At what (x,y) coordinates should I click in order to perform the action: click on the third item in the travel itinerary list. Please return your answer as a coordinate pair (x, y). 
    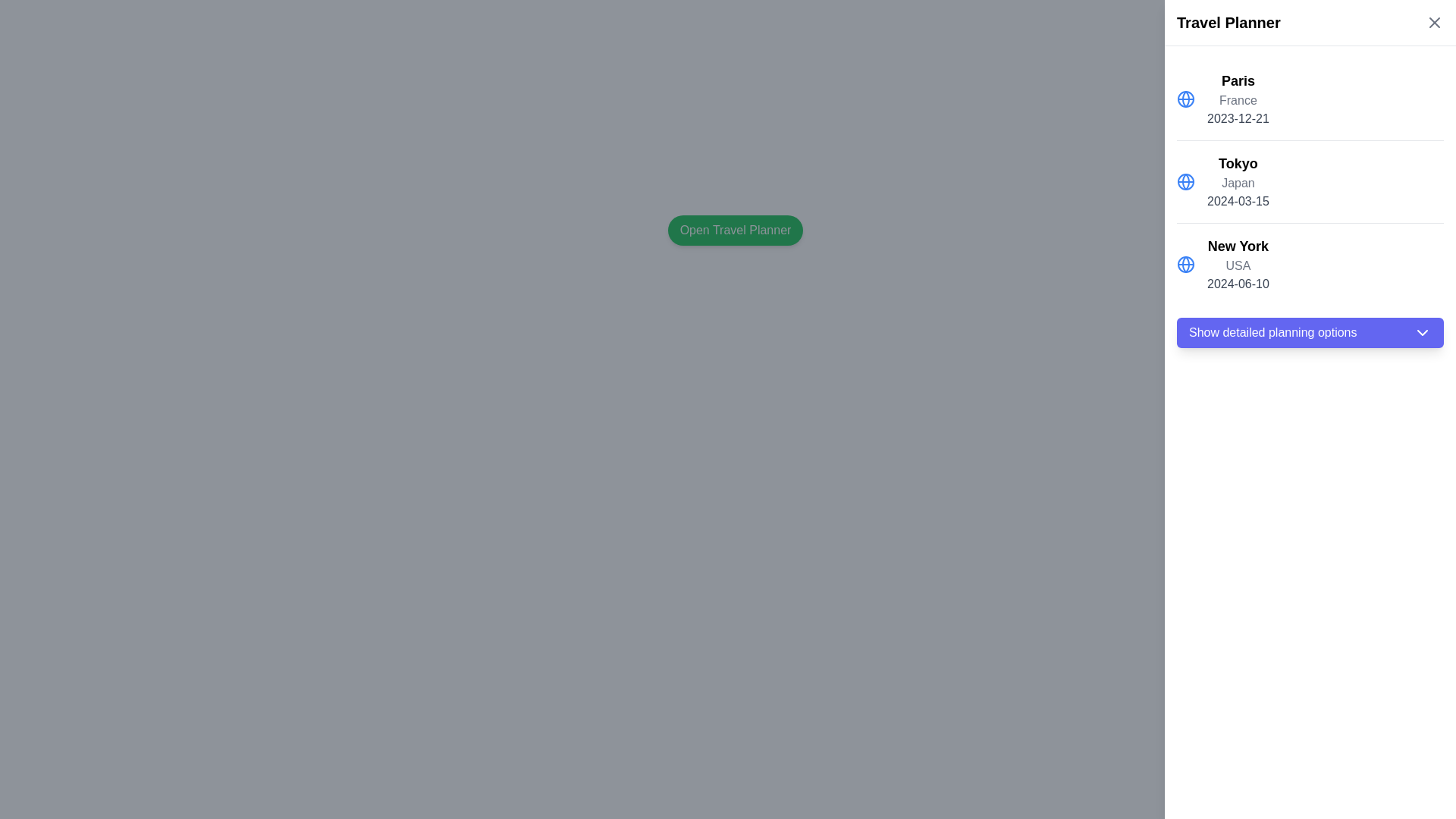
    Looking at the image, I should click on (1310, 263).